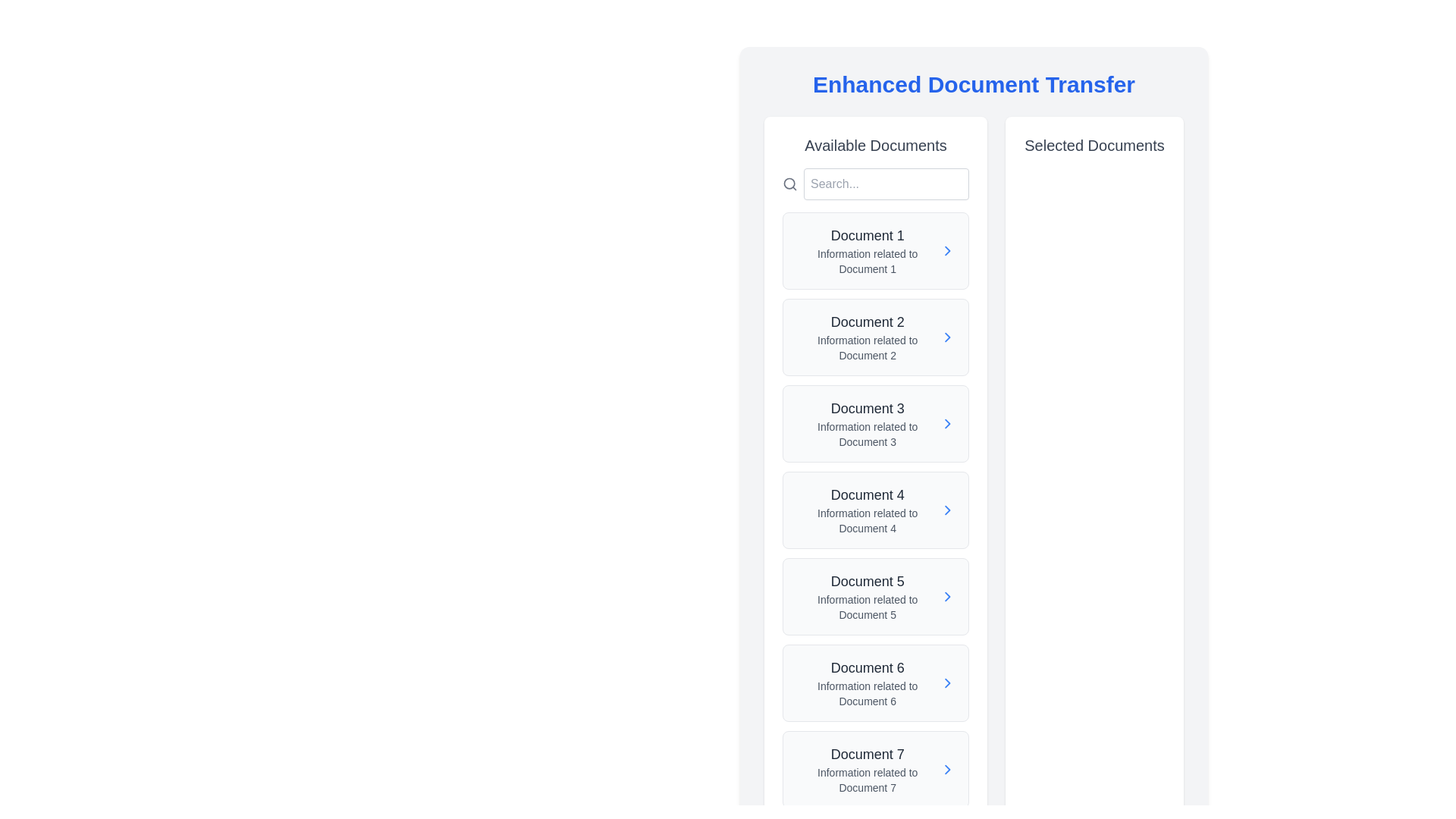 The height and width of the screenshot is (819, 1456). I want to click on the icon indicating navigation or interaction for 'Document 2' located on the right side of its entry in the 'Available Documents' section, so click(947, 336).